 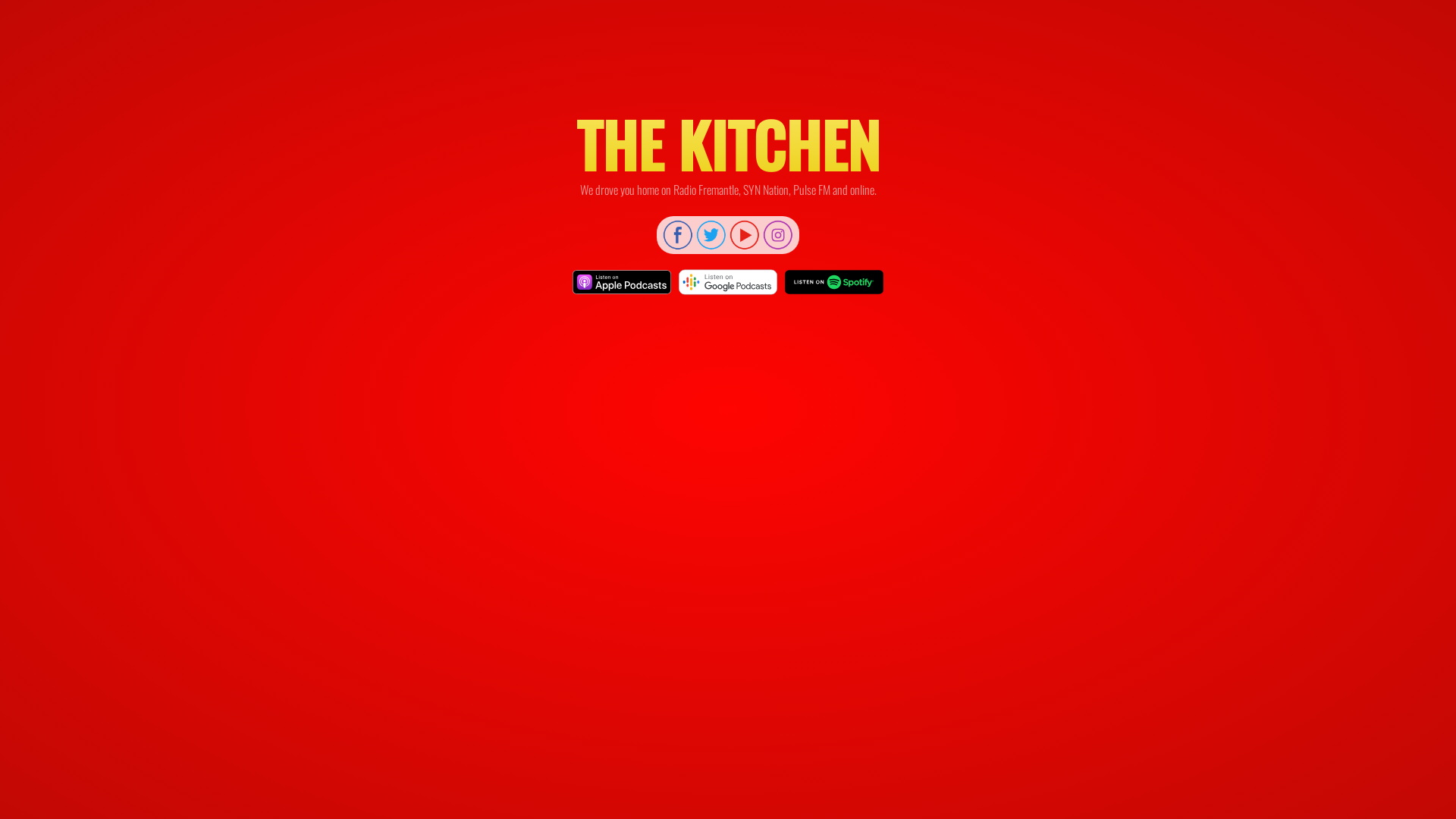 I want to click on 'YouTube video player', so click(x=728, y=455).